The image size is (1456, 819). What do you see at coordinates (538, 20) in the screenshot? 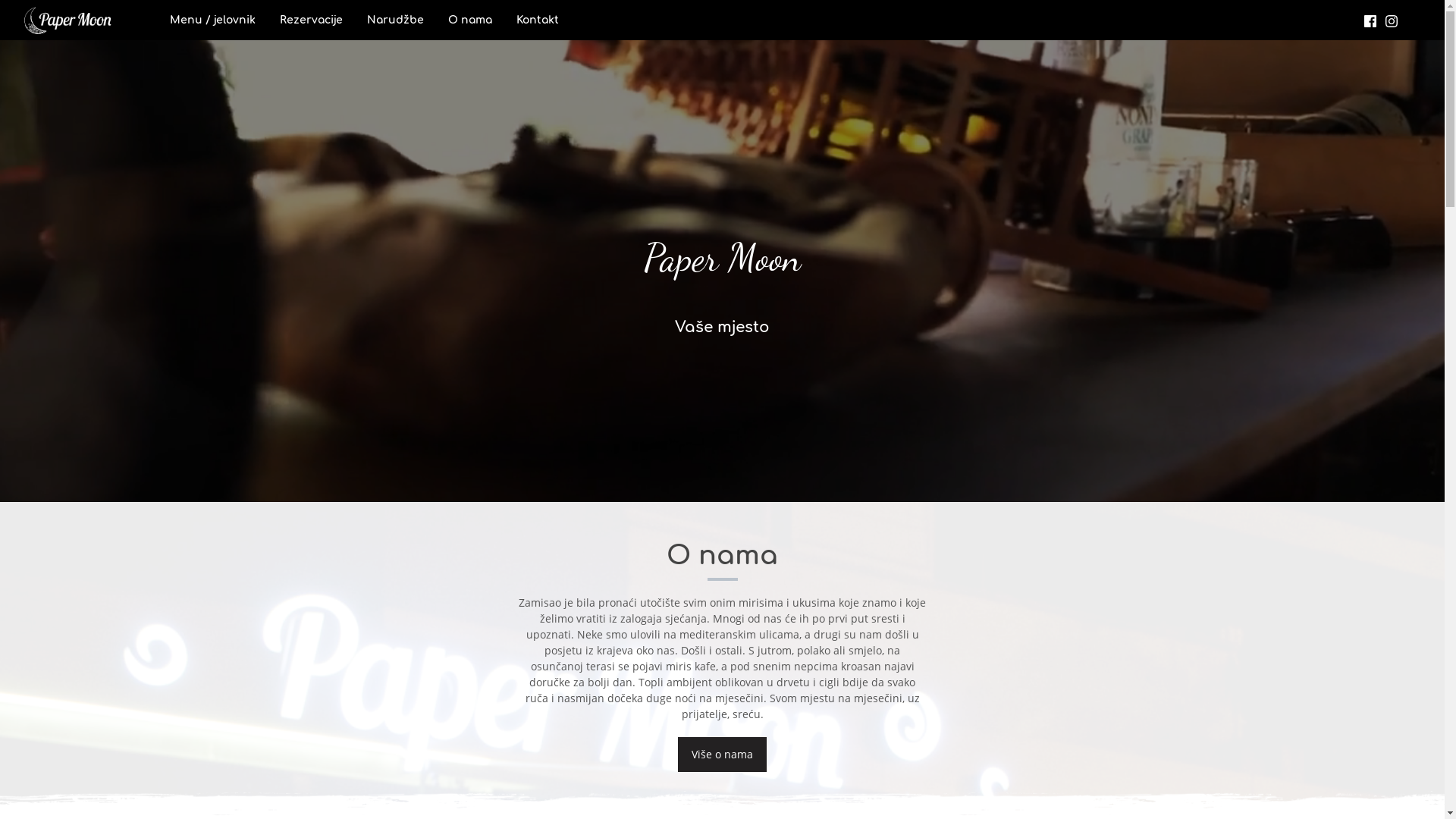
I see `'Kontakt'` at bounding box center [538, 20].